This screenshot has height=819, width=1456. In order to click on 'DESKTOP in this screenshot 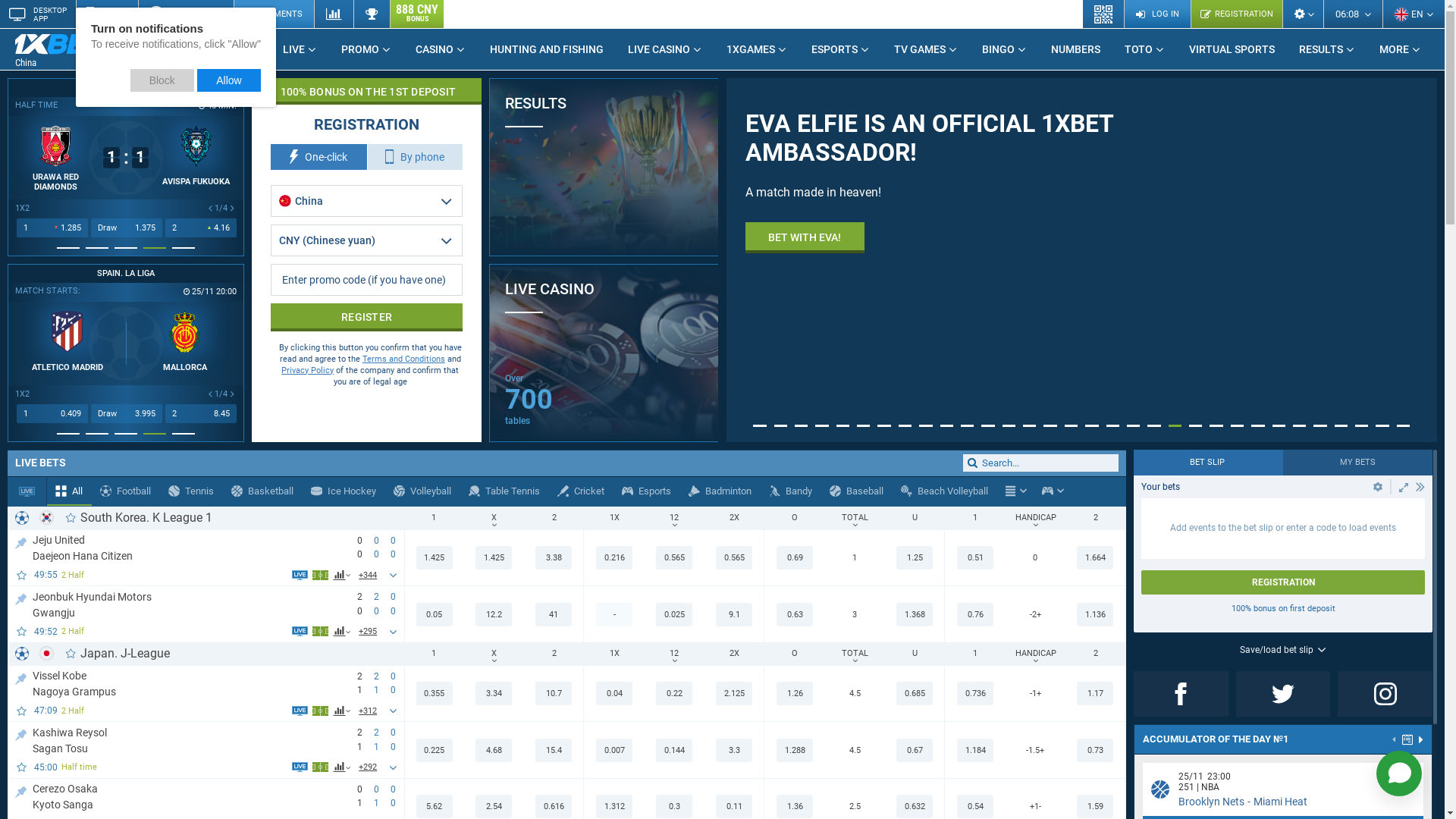, I will do `click(37, 14)`.